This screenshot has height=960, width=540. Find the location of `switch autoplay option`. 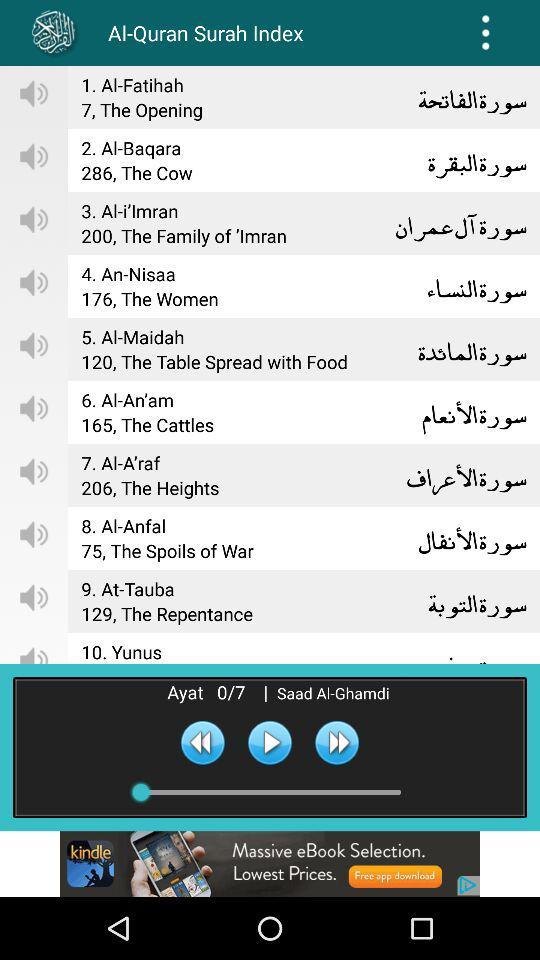

switch autoplay option is located at coordinates (270, 741).